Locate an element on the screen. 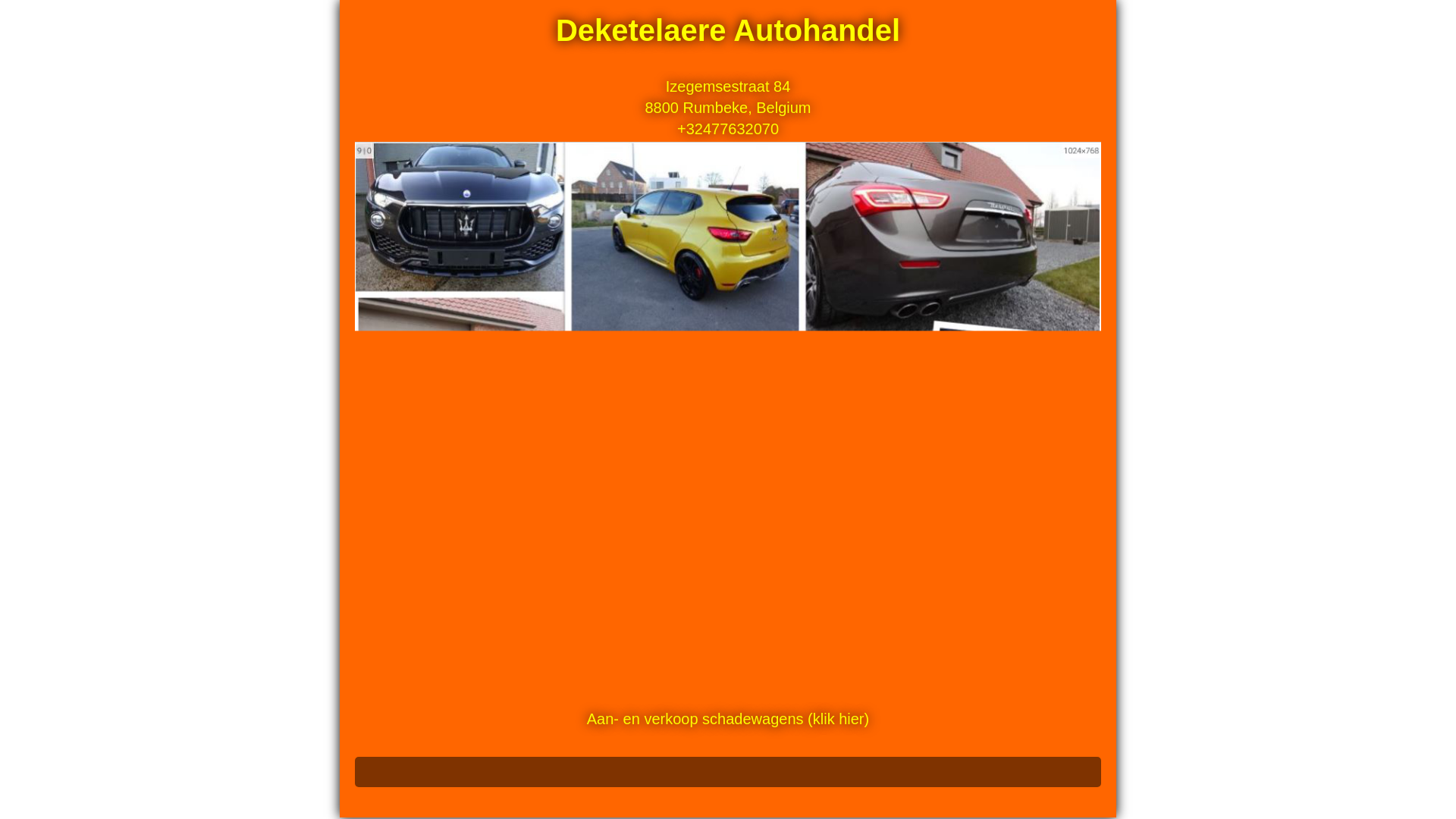 Image resolution: width=1456 pixels, height=819 pixels. 'Aan- en verkoop schadewagens (klik hier)' is located at coordinates (728, 718).